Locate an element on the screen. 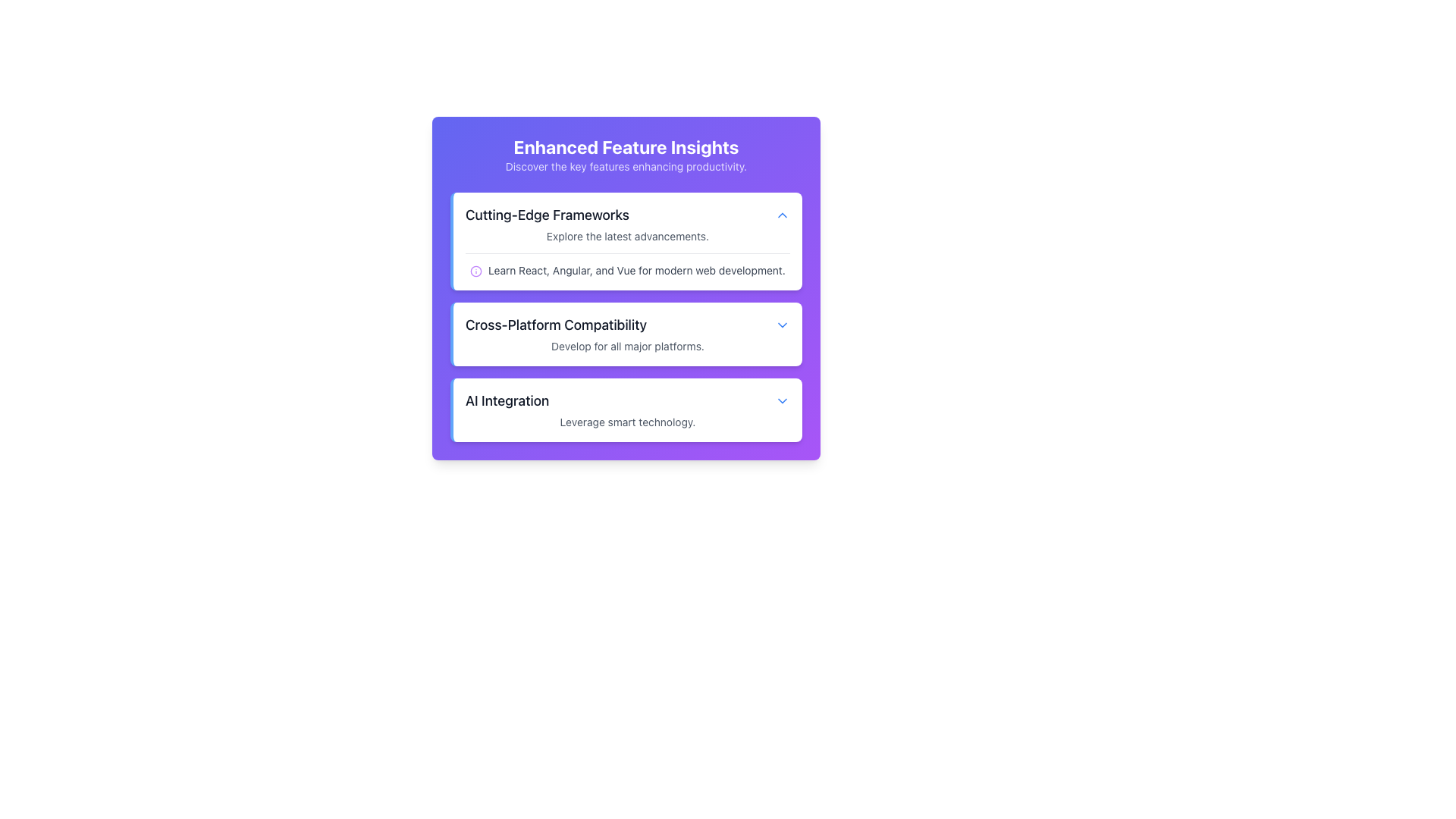 This screenshot has width=1456, height=819. the descriptive subtitle of the 'AI Integration' feature, located below the title and chevron icon within the 'AI Integration' card is located at coordinates (628, 422).